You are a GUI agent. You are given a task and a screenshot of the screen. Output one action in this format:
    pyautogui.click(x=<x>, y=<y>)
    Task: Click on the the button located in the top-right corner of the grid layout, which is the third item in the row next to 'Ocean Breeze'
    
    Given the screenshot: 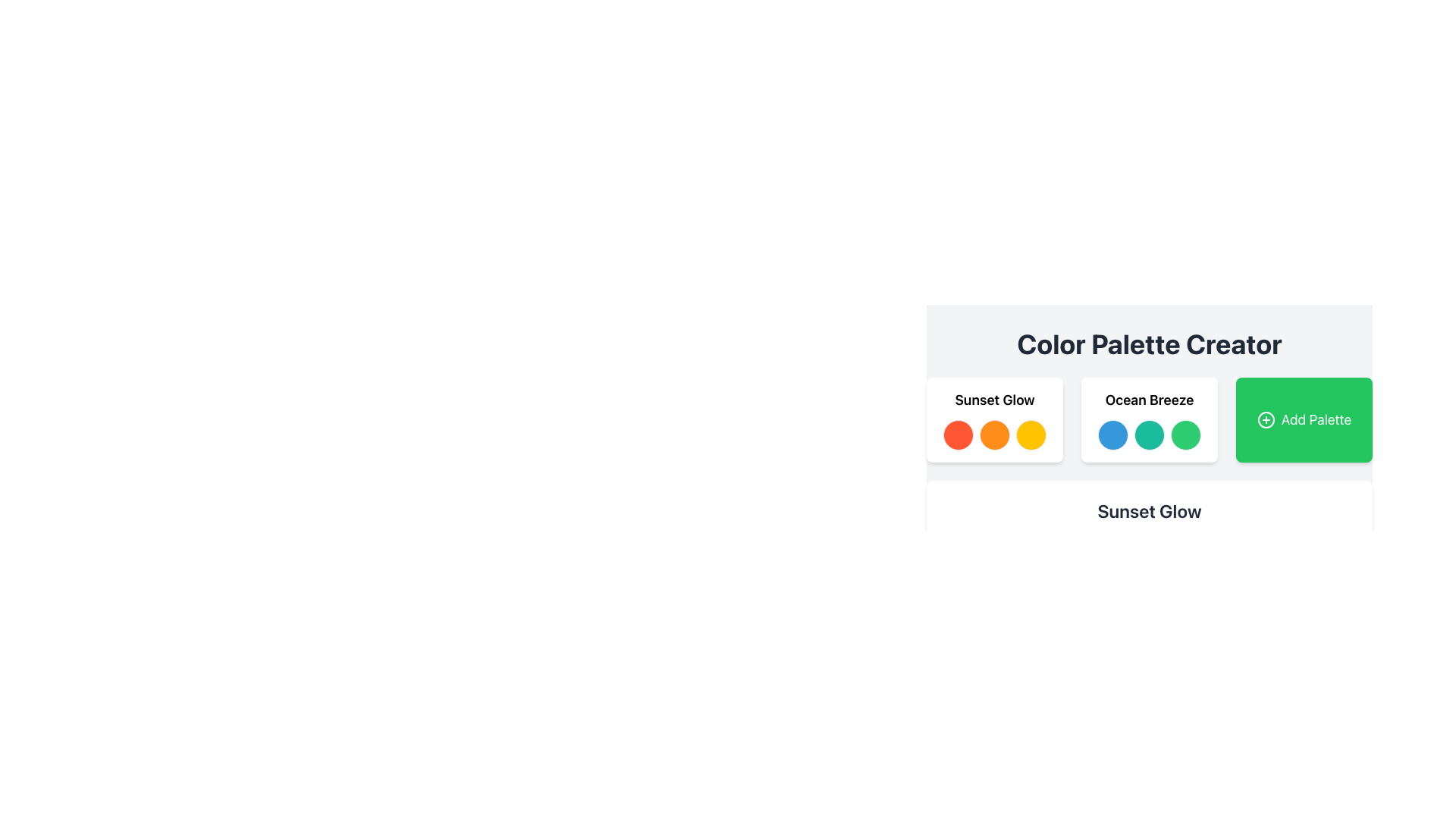 What is the action you would take?
    pyautogui.click(x=1303, y=420)
    